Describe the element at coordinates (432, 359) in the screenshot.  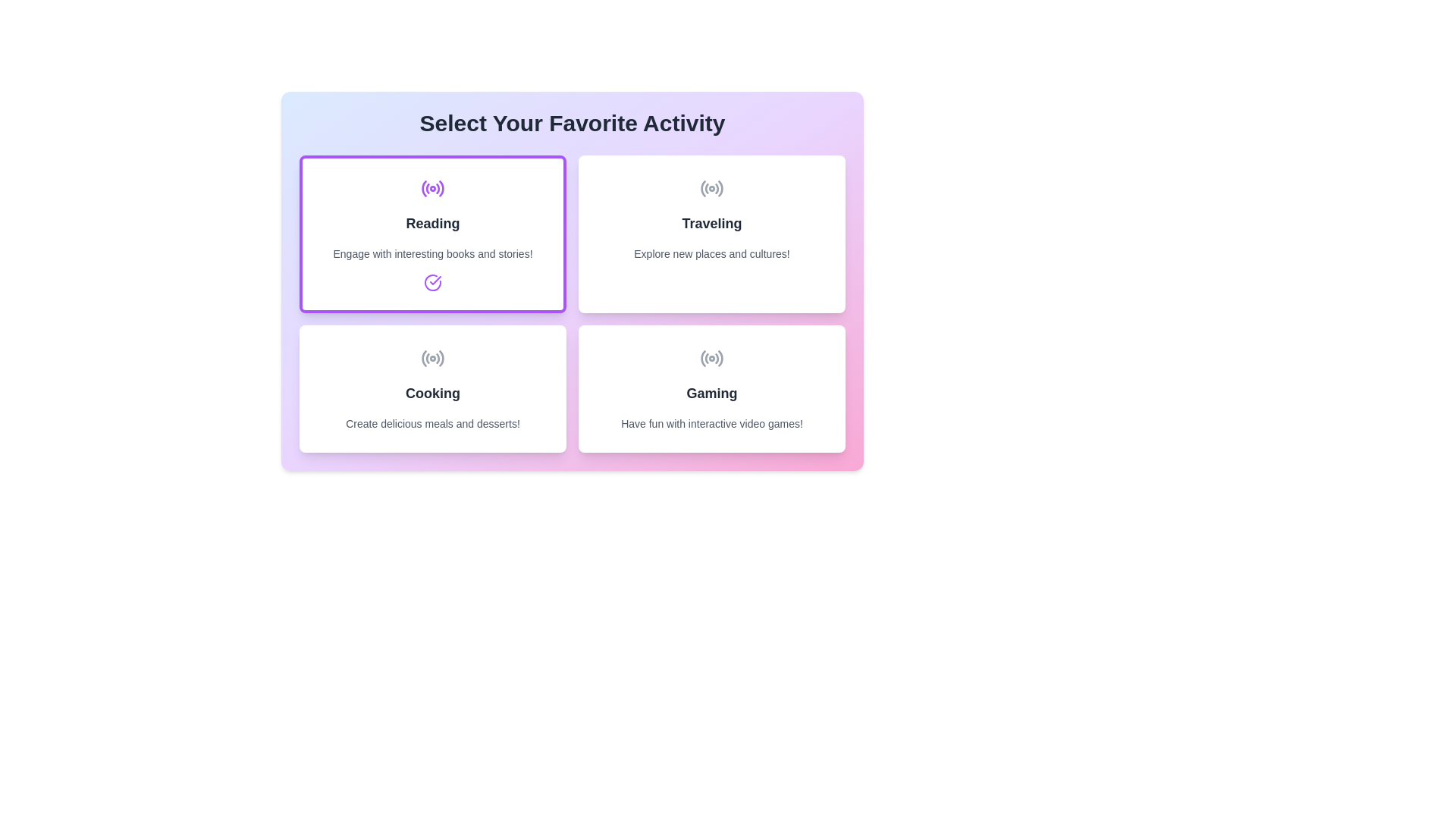
I see `the design and context of the 'Cooking' category icon, which is located at the top center of the 'Cooking' card in the bottom left quadrant of the four-card layout` at that location.